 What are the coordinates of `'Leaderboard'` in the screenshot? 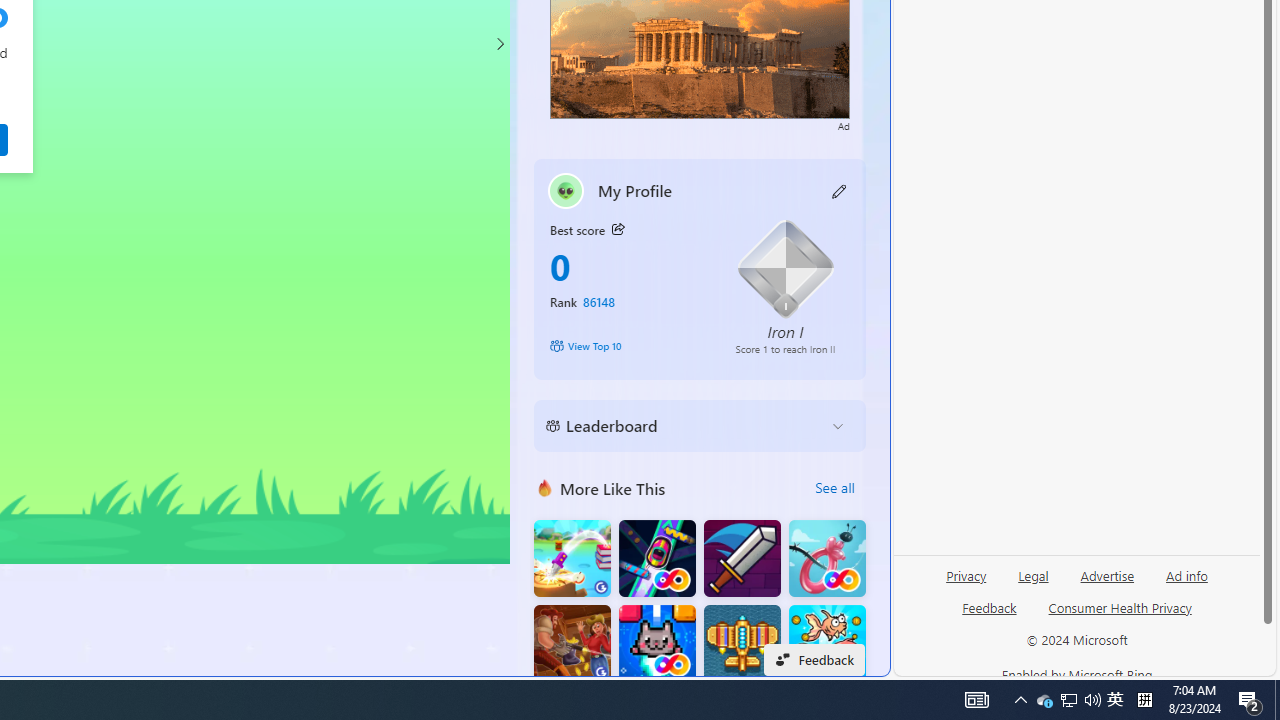 It's located at (684, 424).